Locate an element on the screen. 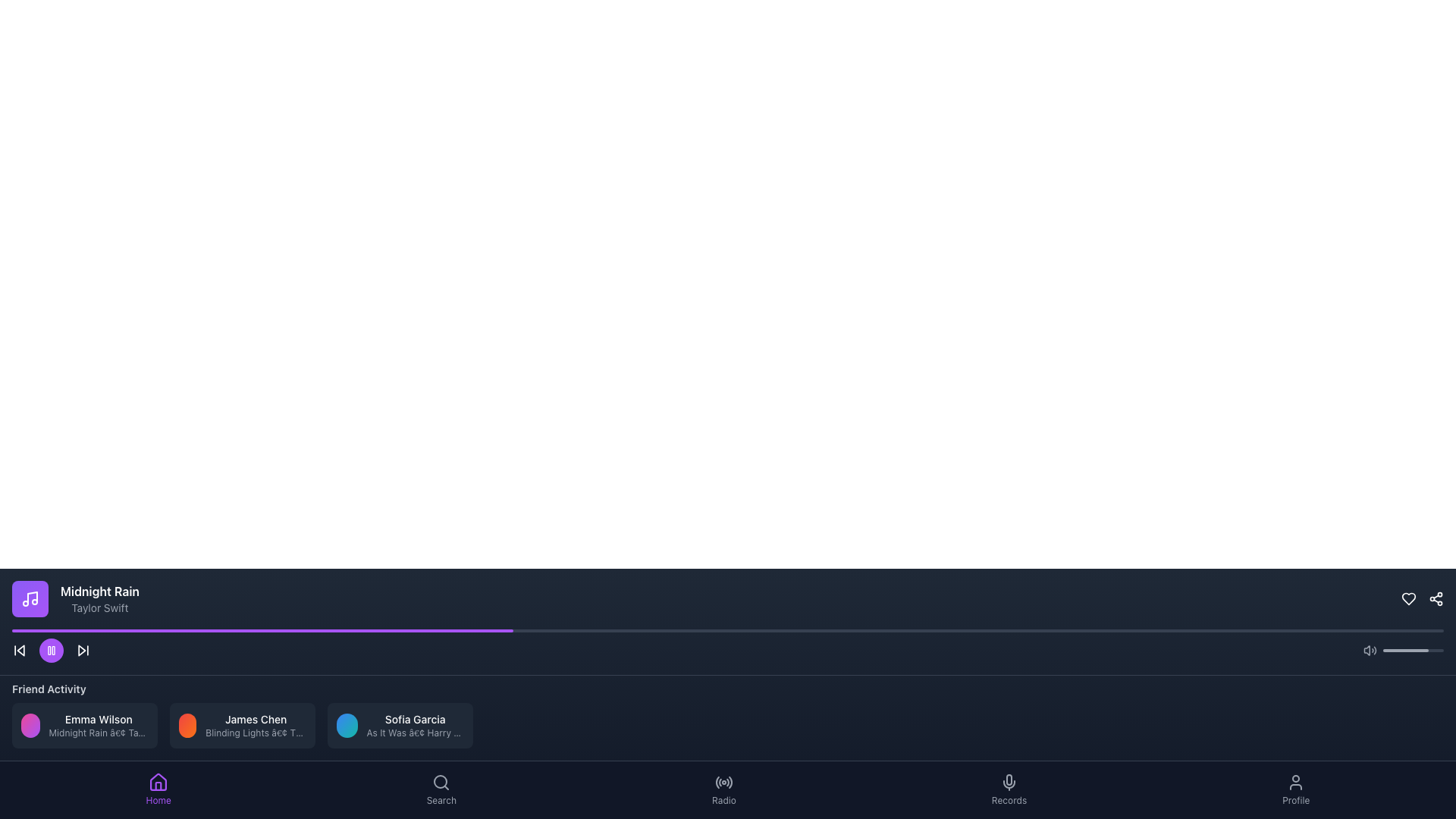 The image size is (1456, 819). the 'Skip Forward' button located in the media playback control section at the bottom center of the interface to jump to the next media item is located at coordinates (81, 649).